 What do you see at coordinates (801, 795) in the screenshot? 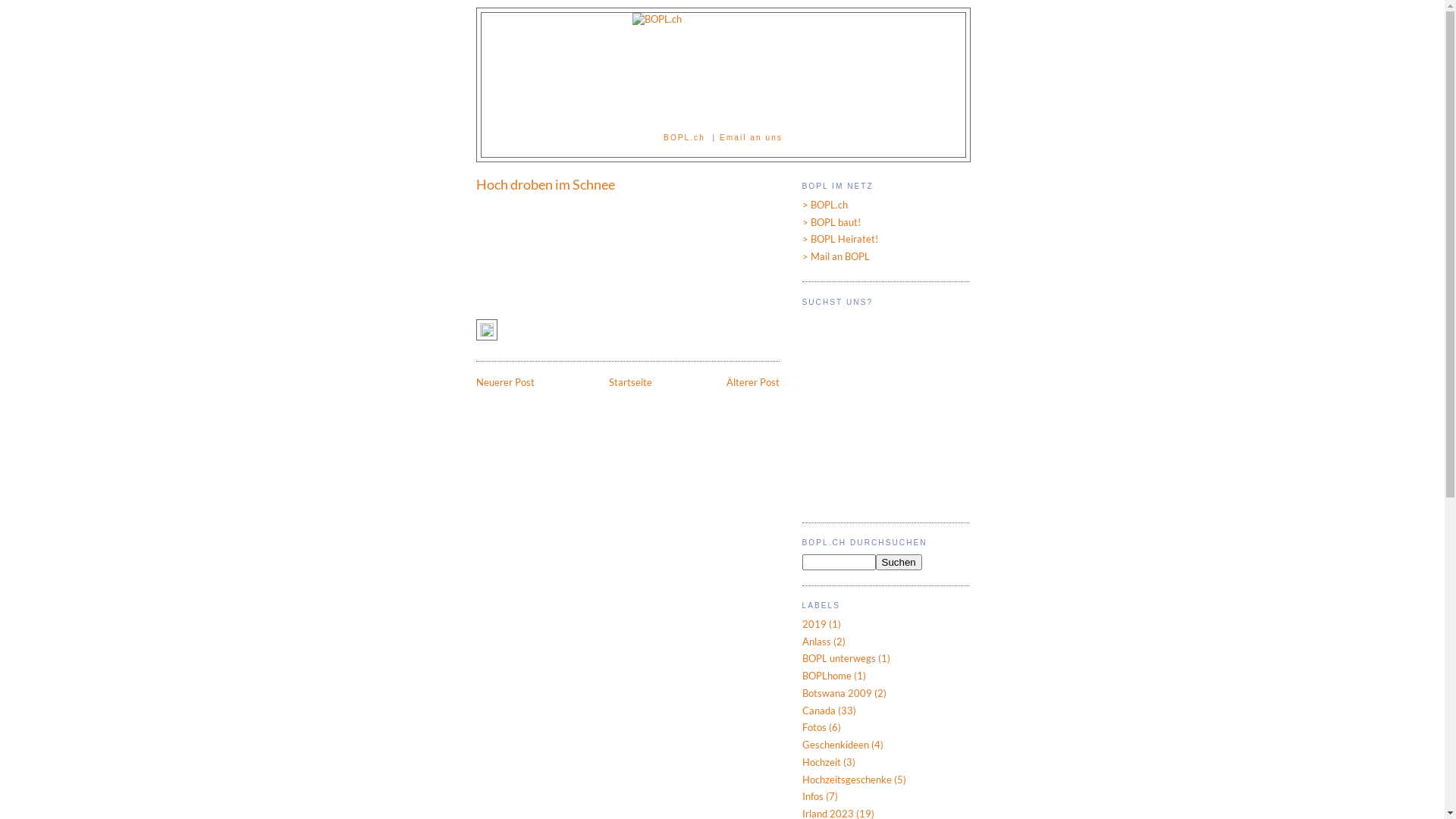
I see `'Infos'` at bounding box center [801, 795].